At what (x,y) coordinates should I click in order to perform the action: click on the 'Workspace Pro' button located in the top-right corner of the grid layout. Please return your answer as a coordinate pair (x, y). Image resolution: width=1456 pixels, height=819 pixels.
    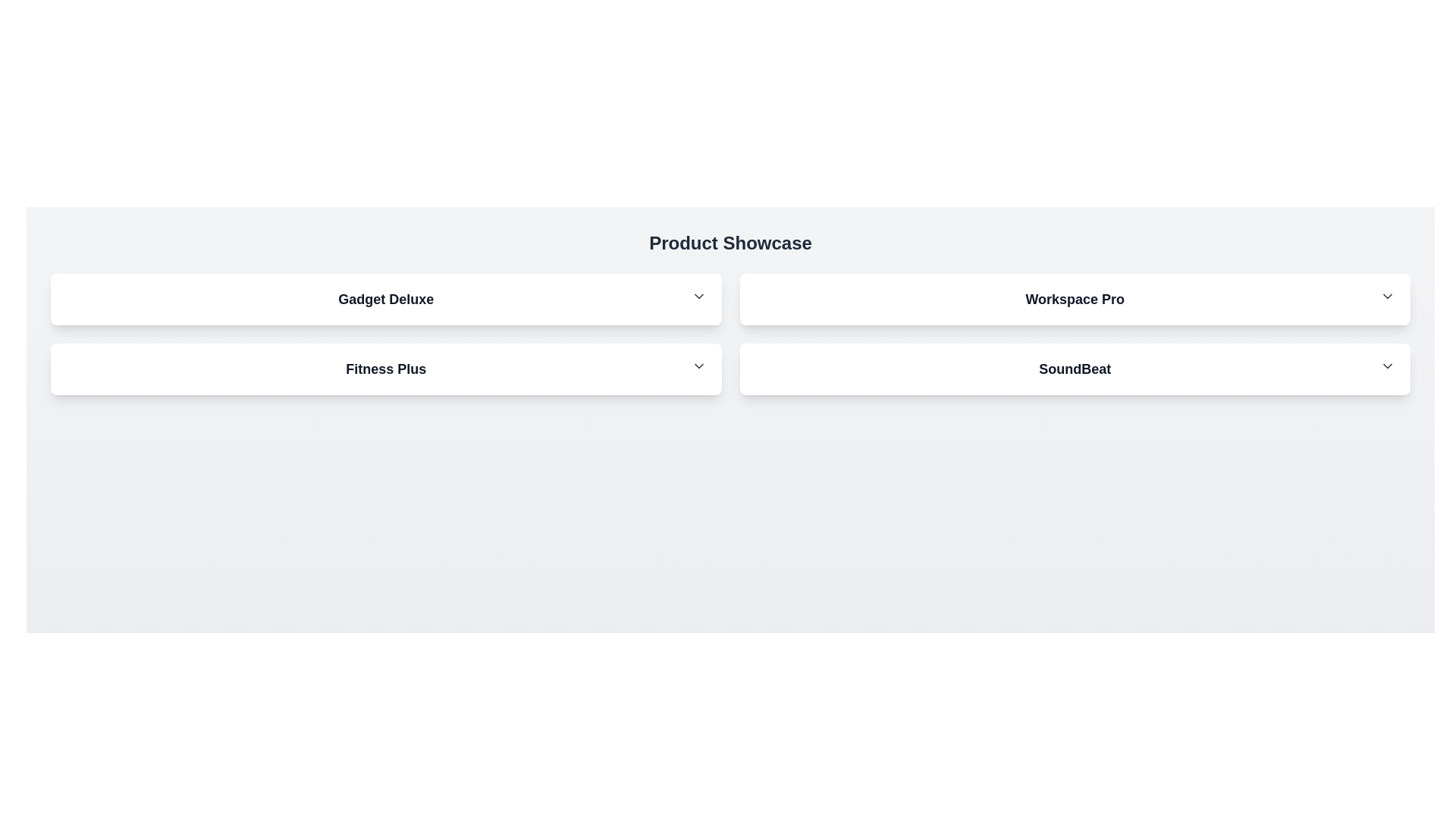
    Looking at the image, I should click on (1074, 299).